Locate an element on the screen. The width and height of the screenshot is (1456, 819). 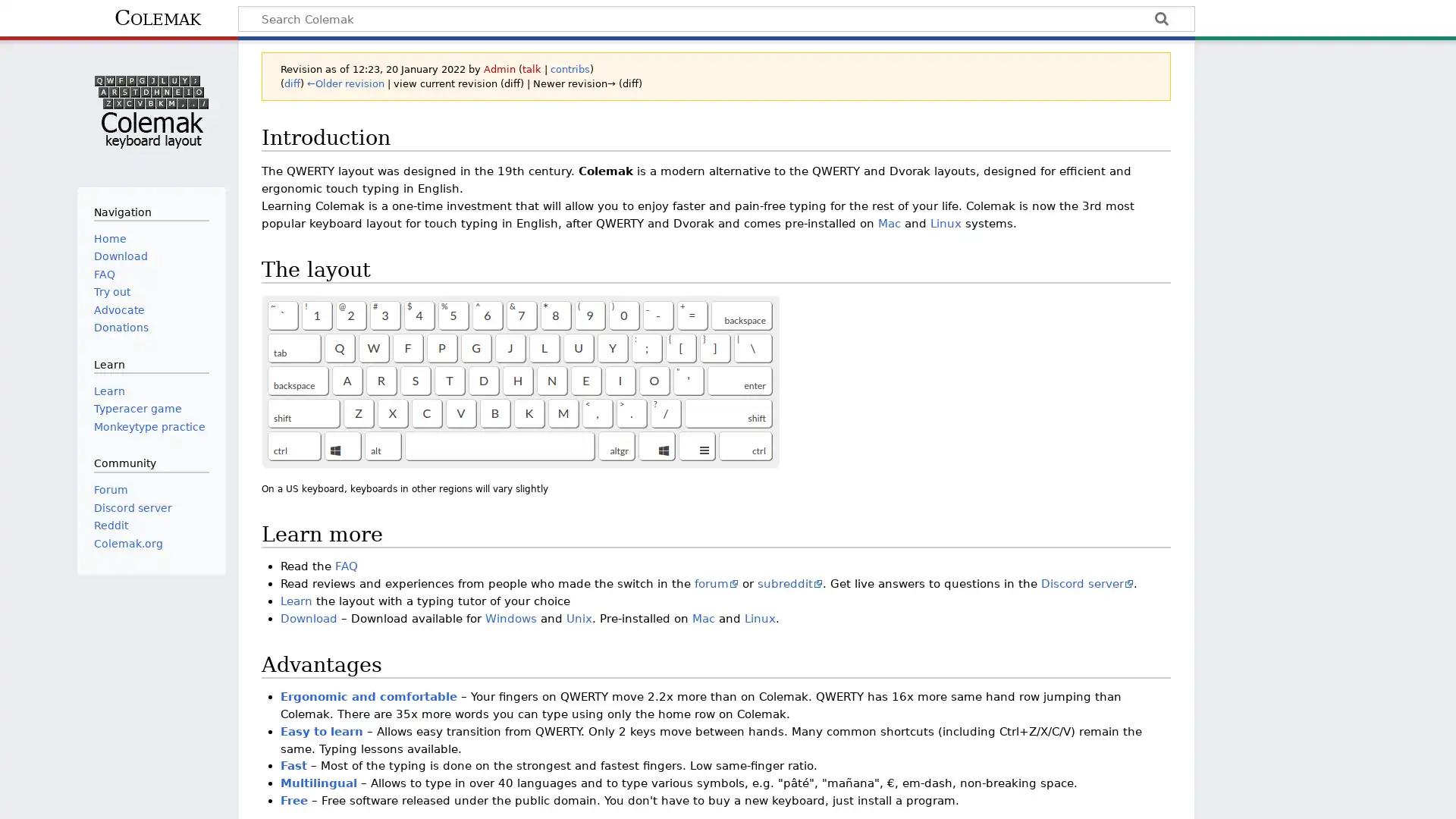
Search is located at coordinates (1160, 20).